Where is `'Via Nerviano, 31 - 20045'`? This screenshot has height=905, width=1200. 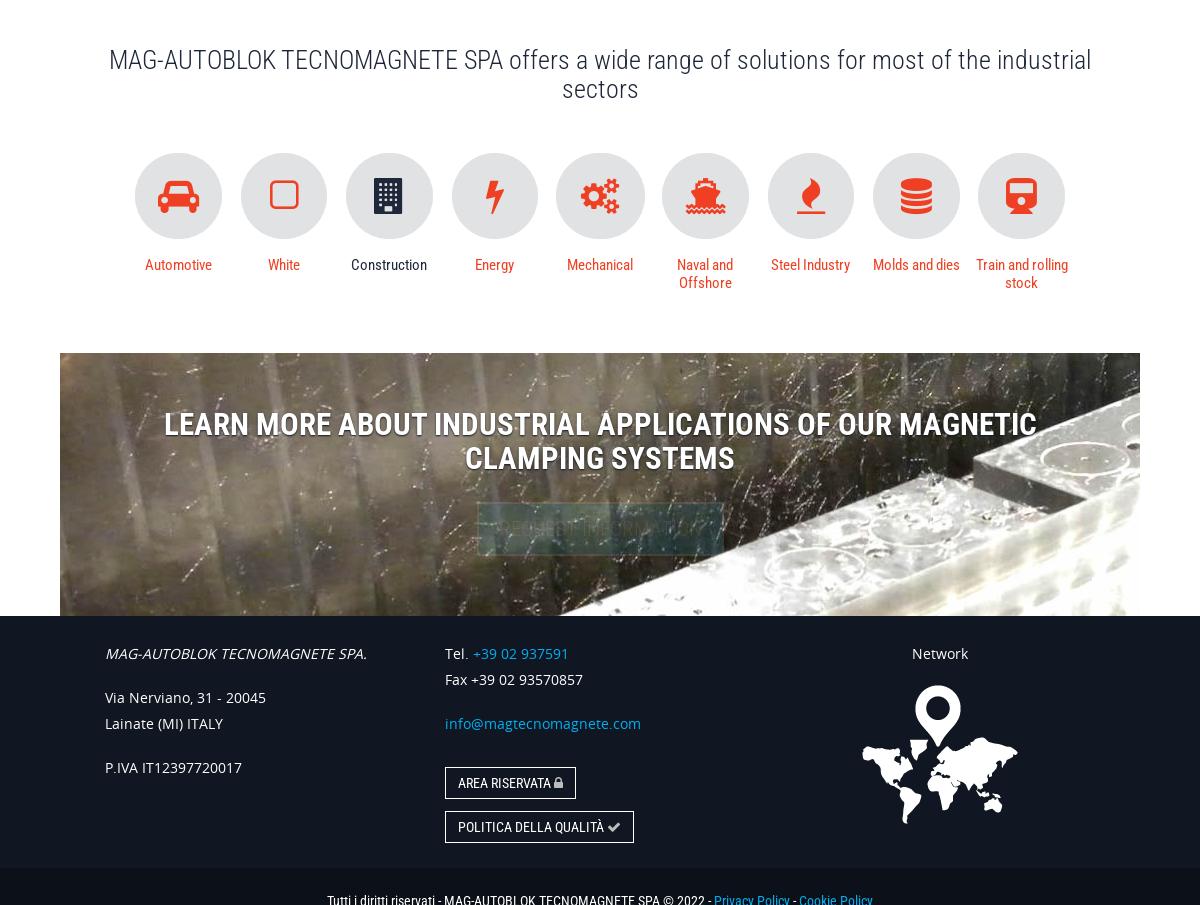
'Via Nerviano, 31 - 20045' is located at coordinates (184, 696).